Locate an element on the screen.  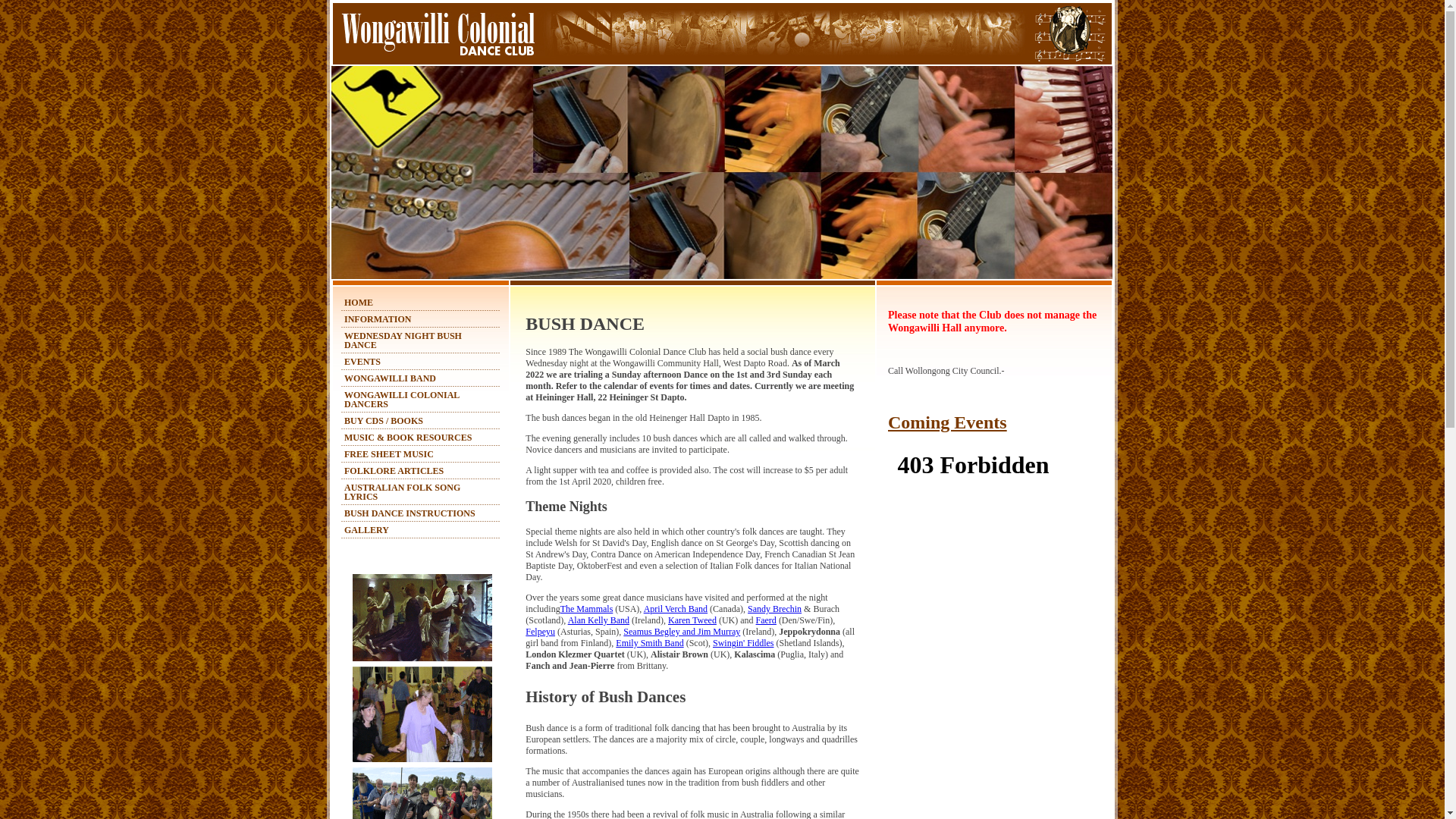
'Seamus Begley and Jim Murray' is located at coordinates (680, 632).